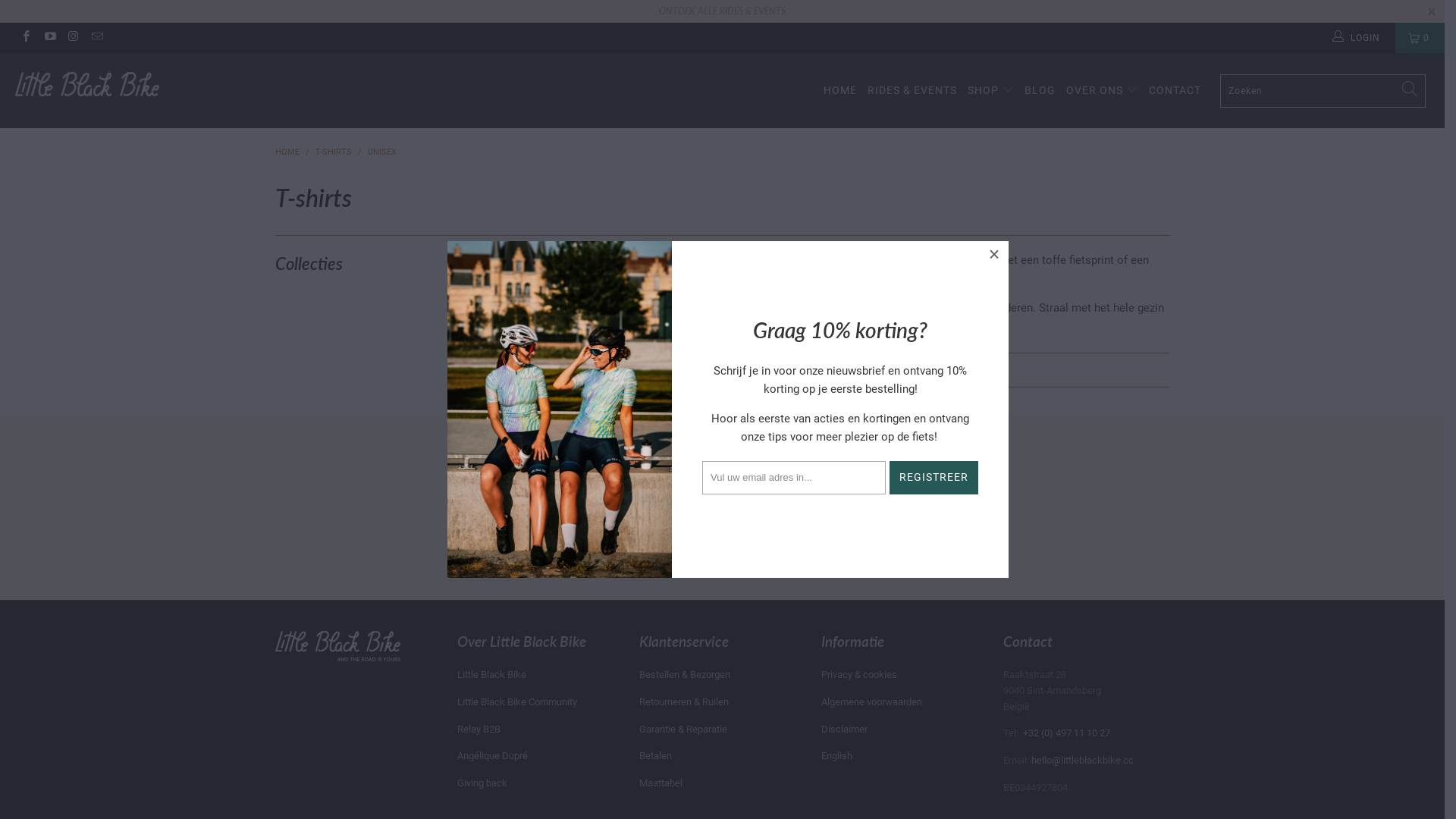 This screenshot has width=1456, height=819. I want to click on 'BLOG', so click(1039, 90).